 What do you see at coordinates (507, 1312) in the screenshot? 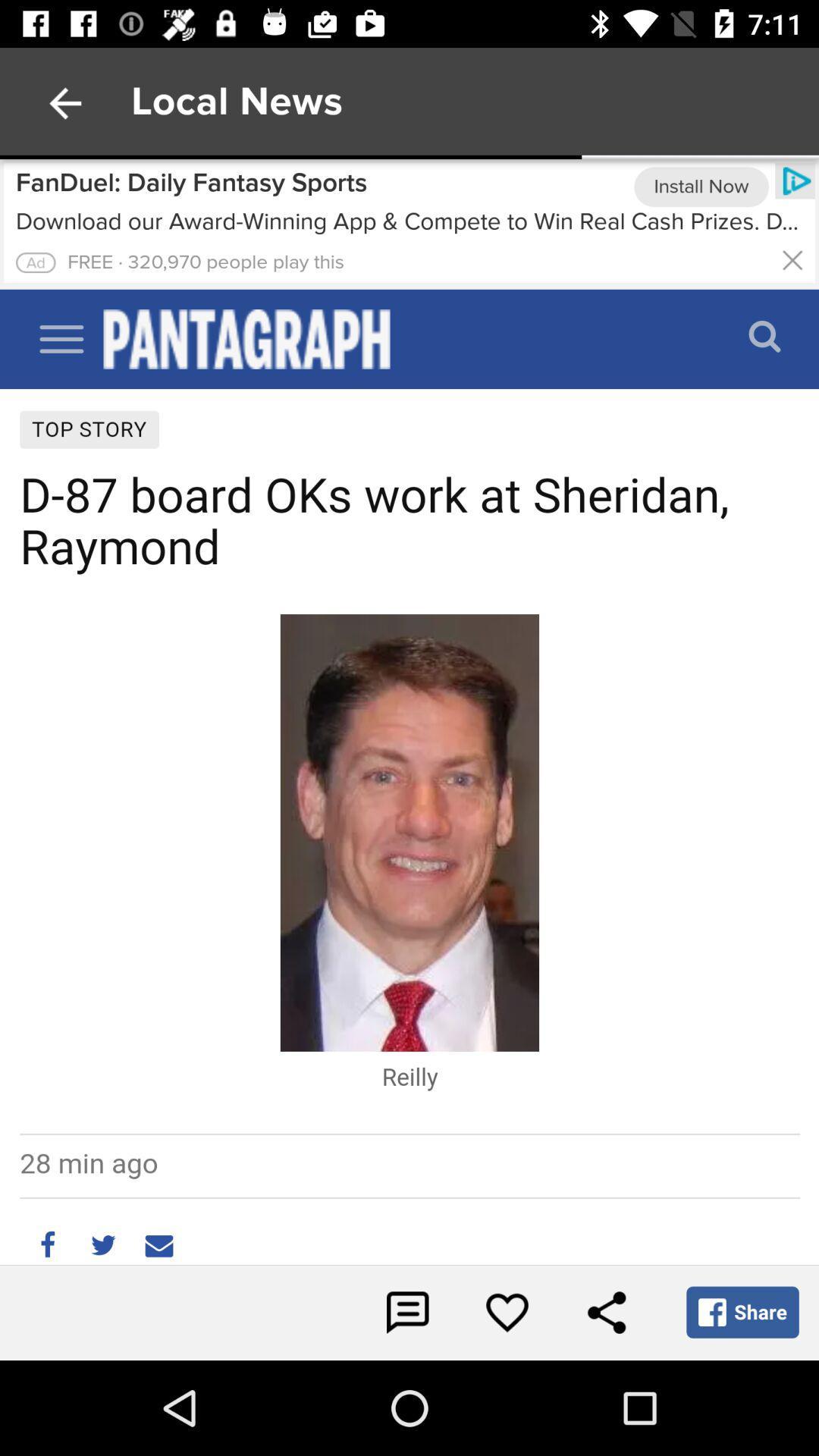
I see `the favorite icon` at bounding box center [507, 1312].